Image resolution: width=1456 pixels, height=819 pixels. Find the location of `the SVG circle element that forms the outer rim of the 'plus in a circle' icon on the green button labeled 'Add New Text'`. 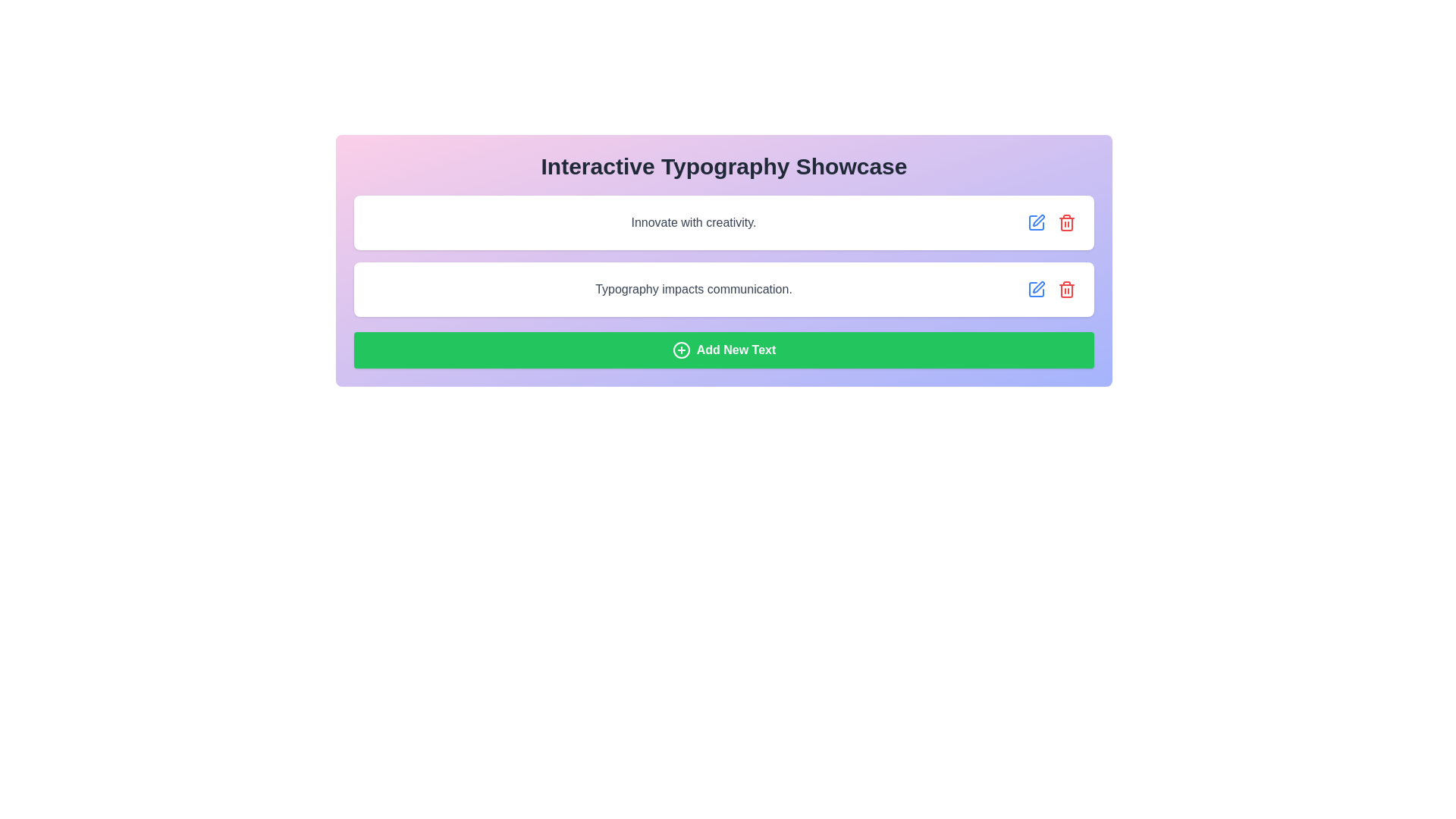

the SVG circle element that forms the outer rim of the 'plus in a circle' icon on the green button labeled 'Add New Text' is located at coordinates (680, 350).